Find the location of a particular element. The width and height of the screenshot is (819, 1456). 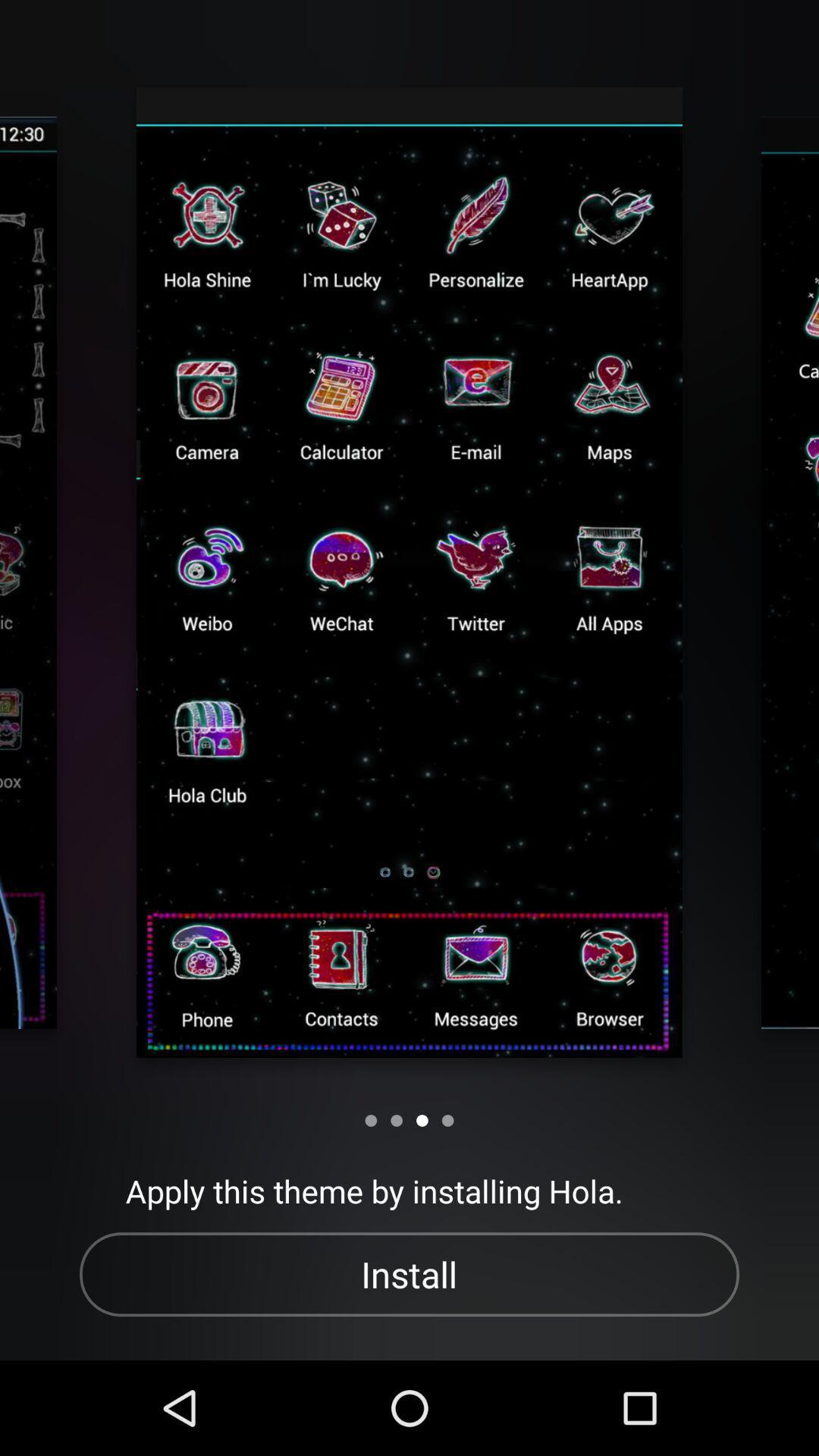

app above the apply this theme is located at coordinates (447, 1120).